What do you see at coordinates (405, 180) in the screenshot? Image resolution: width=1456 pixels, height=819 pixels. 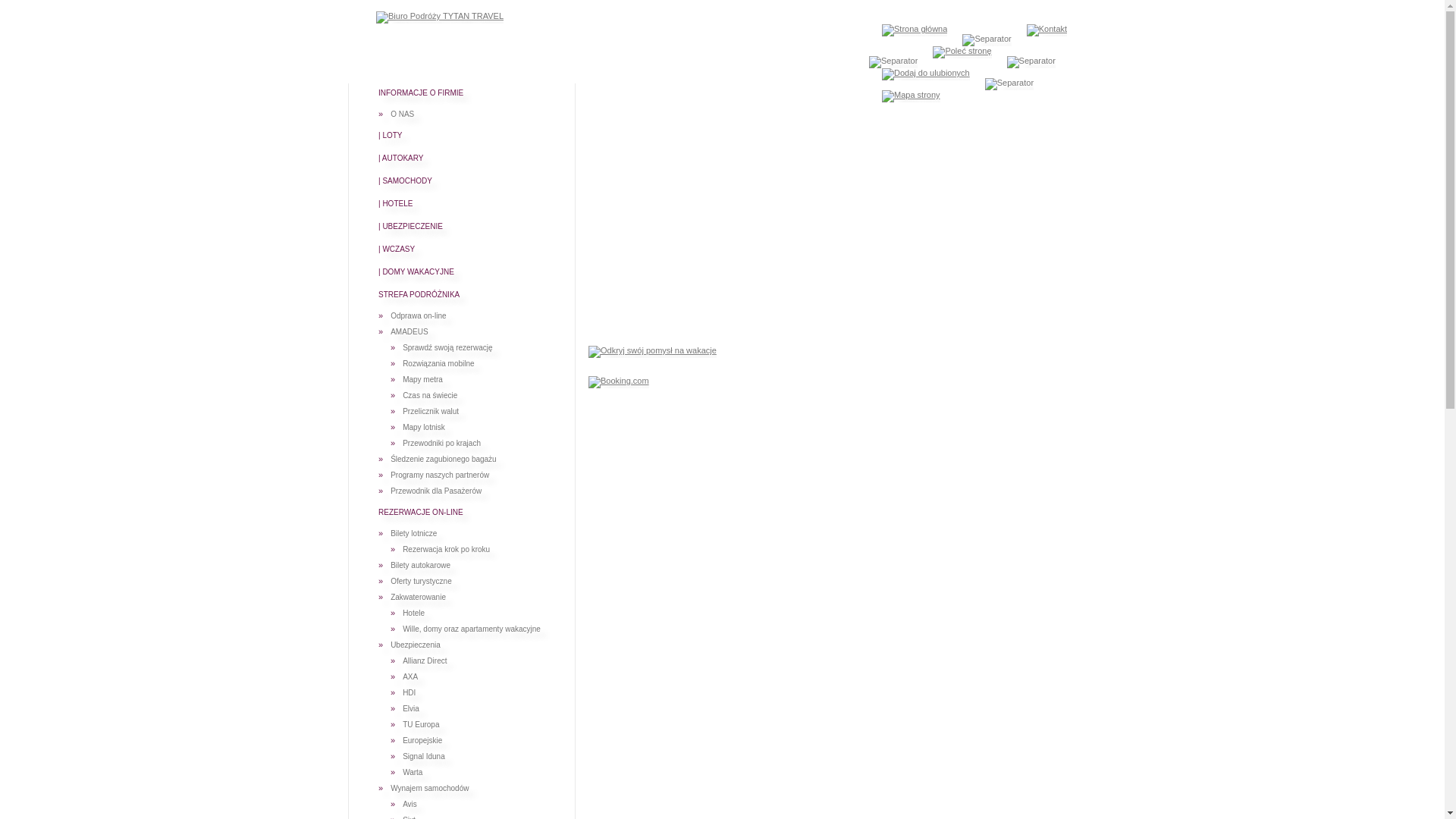 I see `'| SAMOCHODY'` at bounding box center [405, 180].